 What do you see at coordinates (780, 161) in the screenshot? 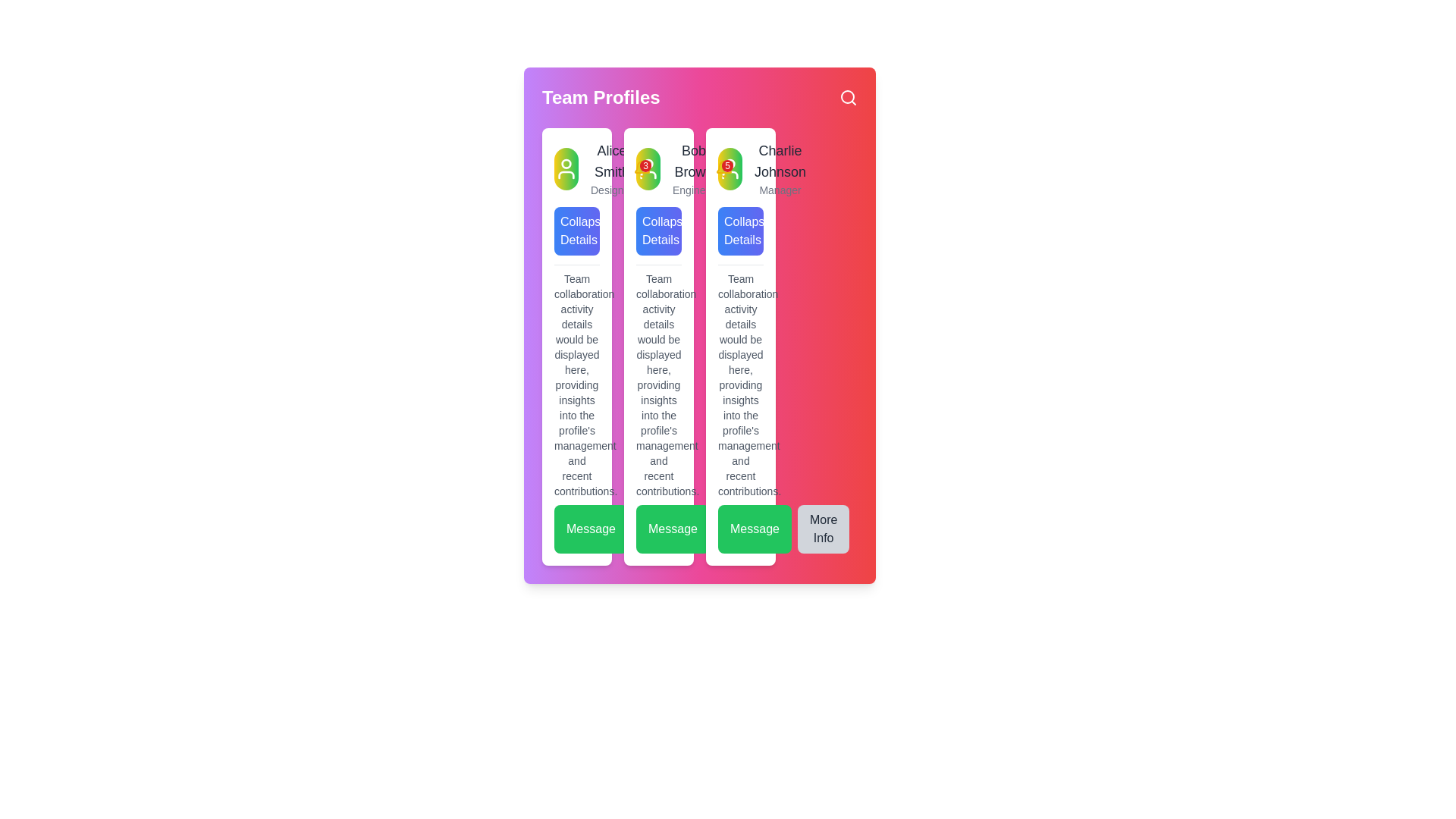
I see `the text label representing the user profile in the third vertical profile card, located just beneath the profile icon and above the title 'Manager'` at bounding box center [780, 161].